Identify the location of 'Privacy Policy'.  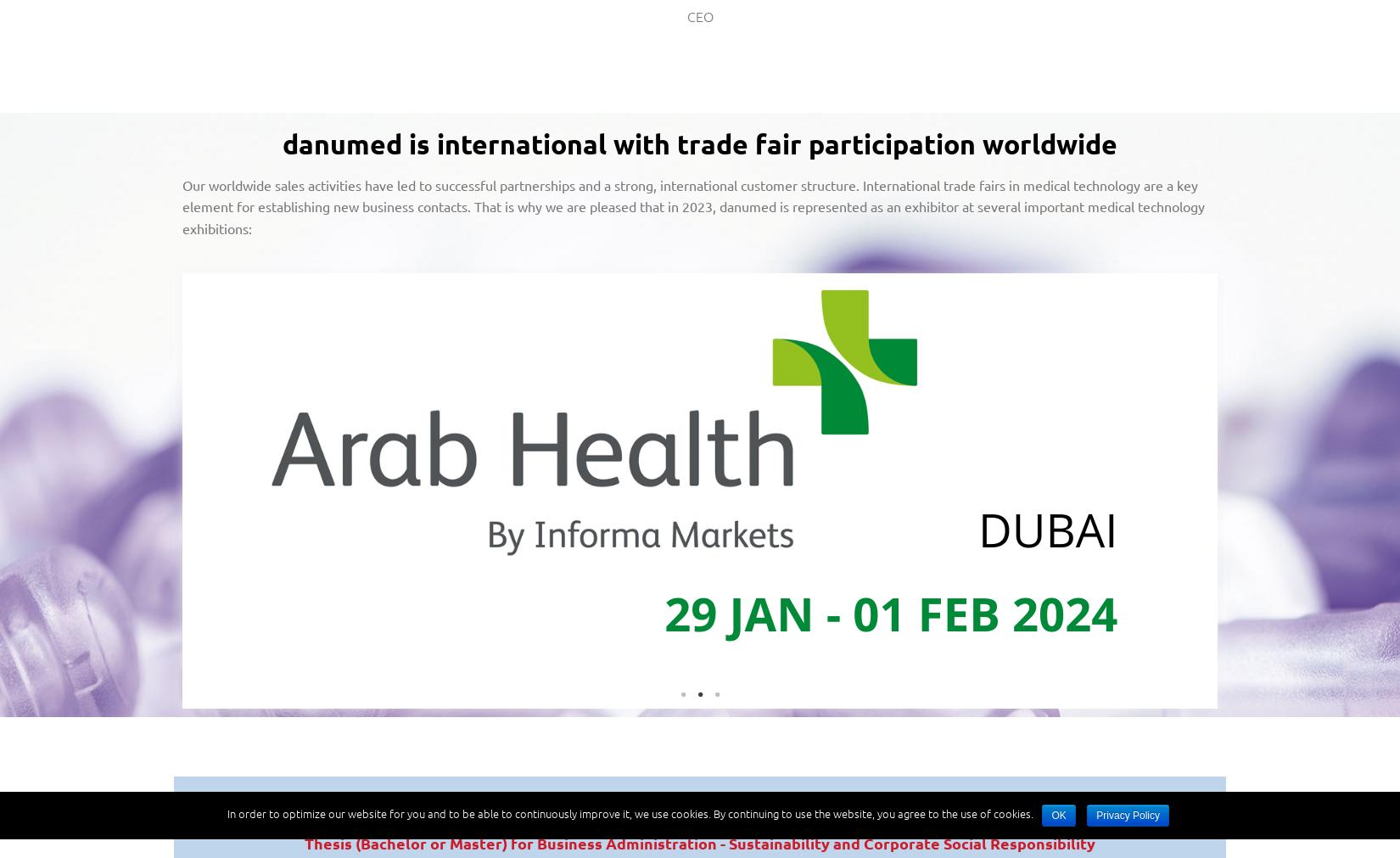
(1095, 815).